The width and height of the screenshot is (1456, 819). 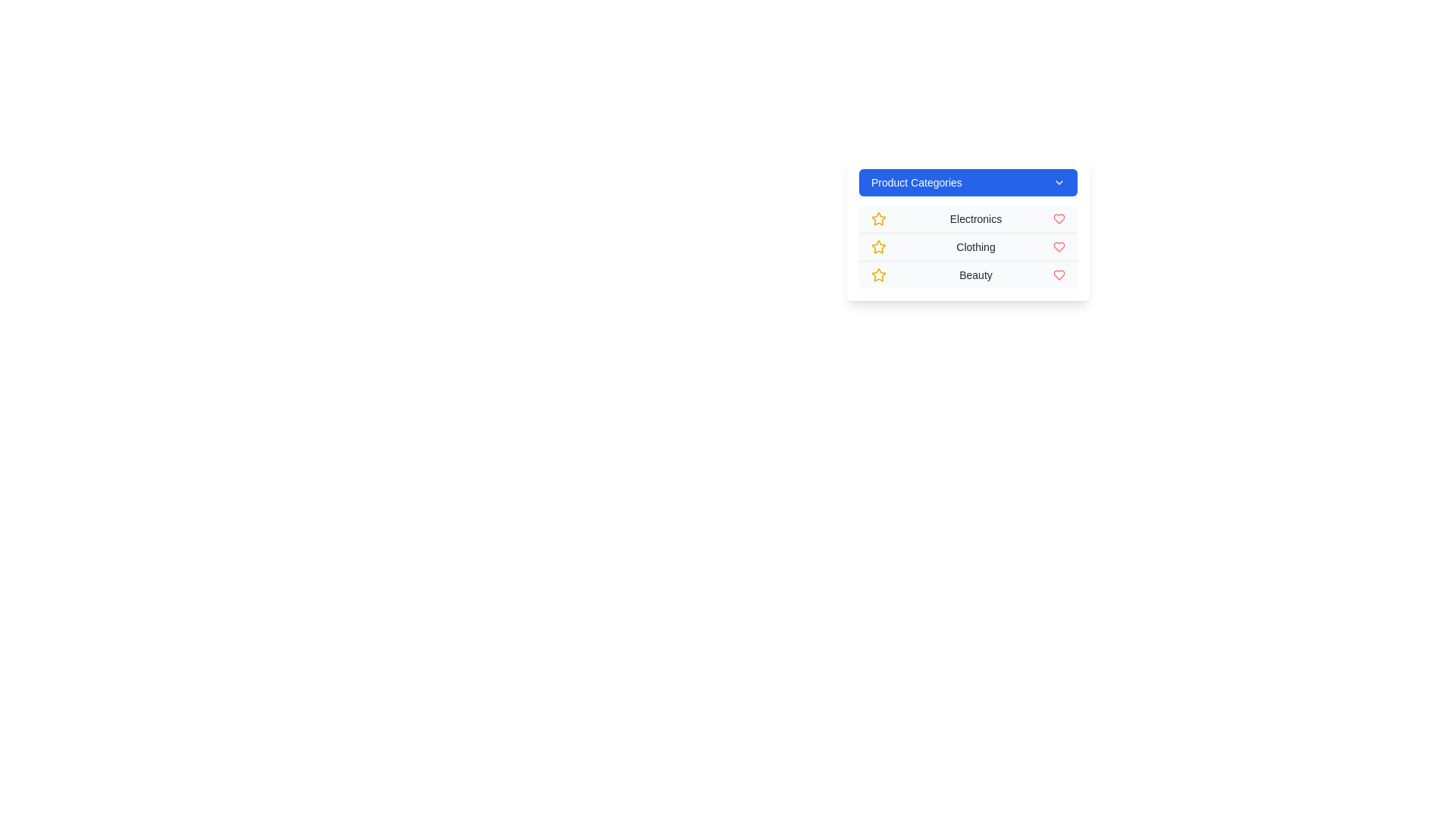 I want to click on the heart icon next to the Clothing category, so click(x=1058, y=246).